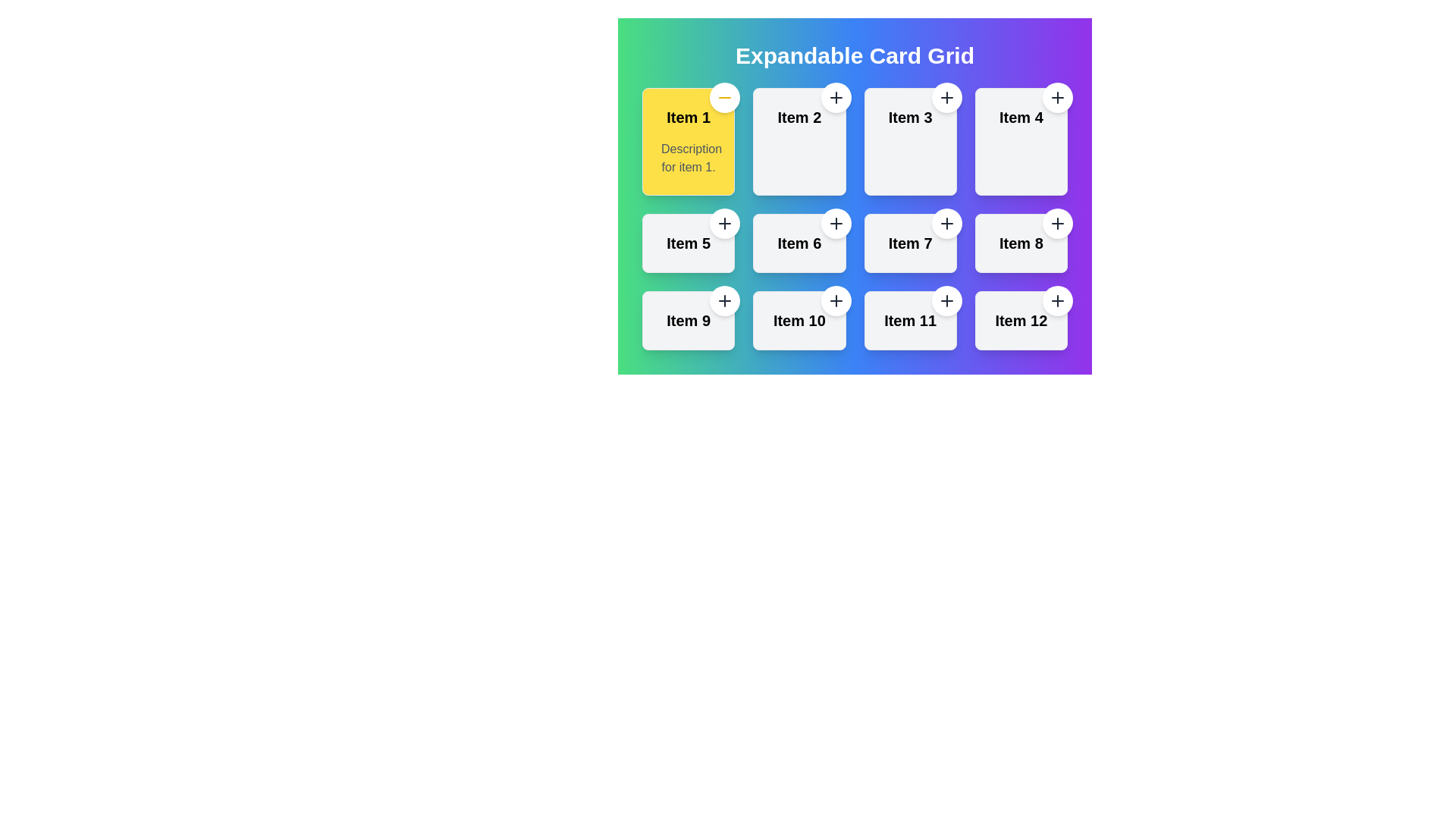 The height and width of the screenshot is (819, 1456). Describe the element at coordinates (946, 223) in the screenshot. I see `the small circular button with a white background and a '+' icon located at the top-right corner of the card labeled 'Item 7'` at that location.